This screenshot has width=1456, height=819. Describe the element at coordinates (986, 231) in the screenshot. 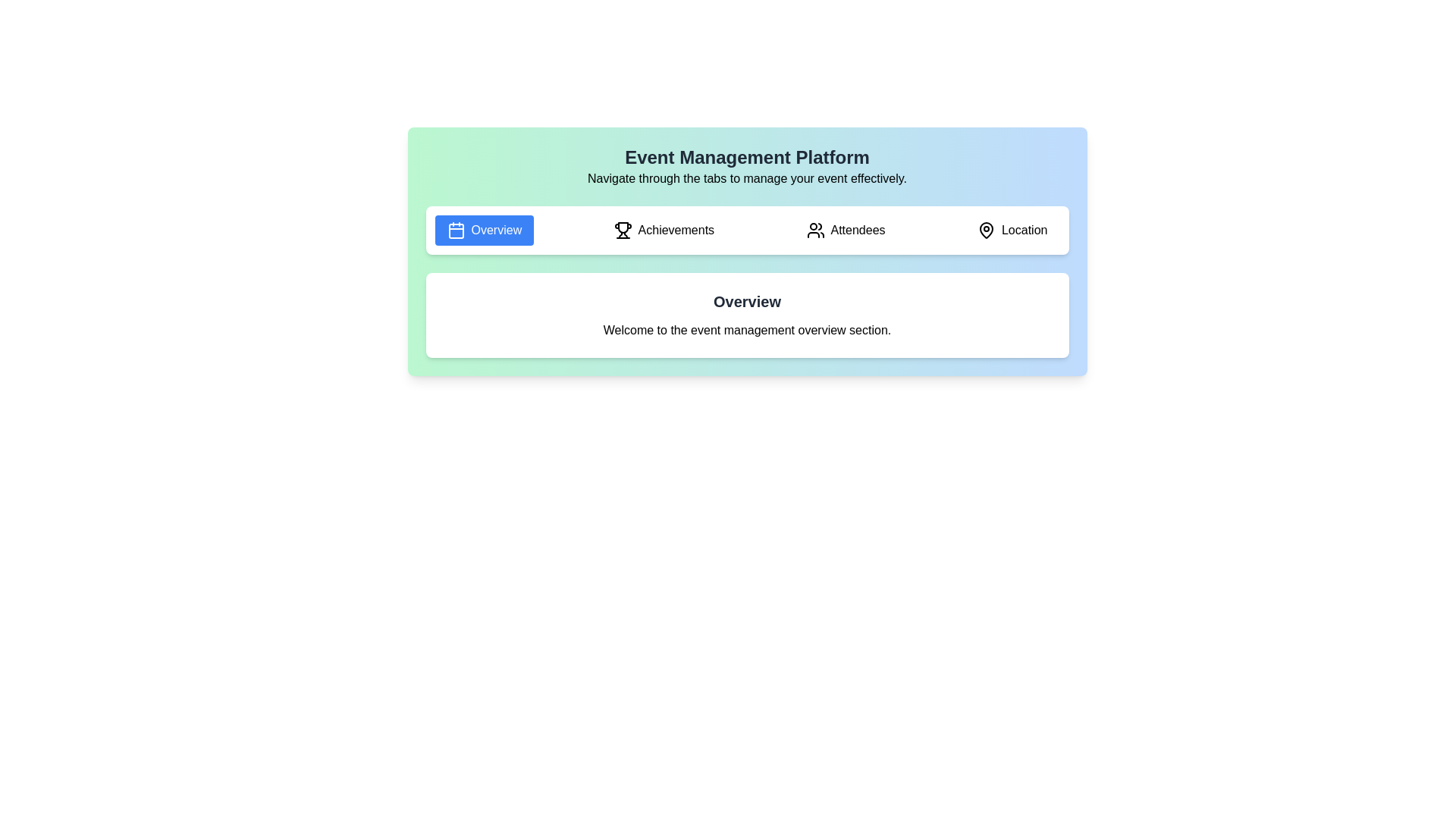

I see `the pin icon located in the fourth tab of the navigation bar, positioned on the left side next to the 'Location' label text` at that location.